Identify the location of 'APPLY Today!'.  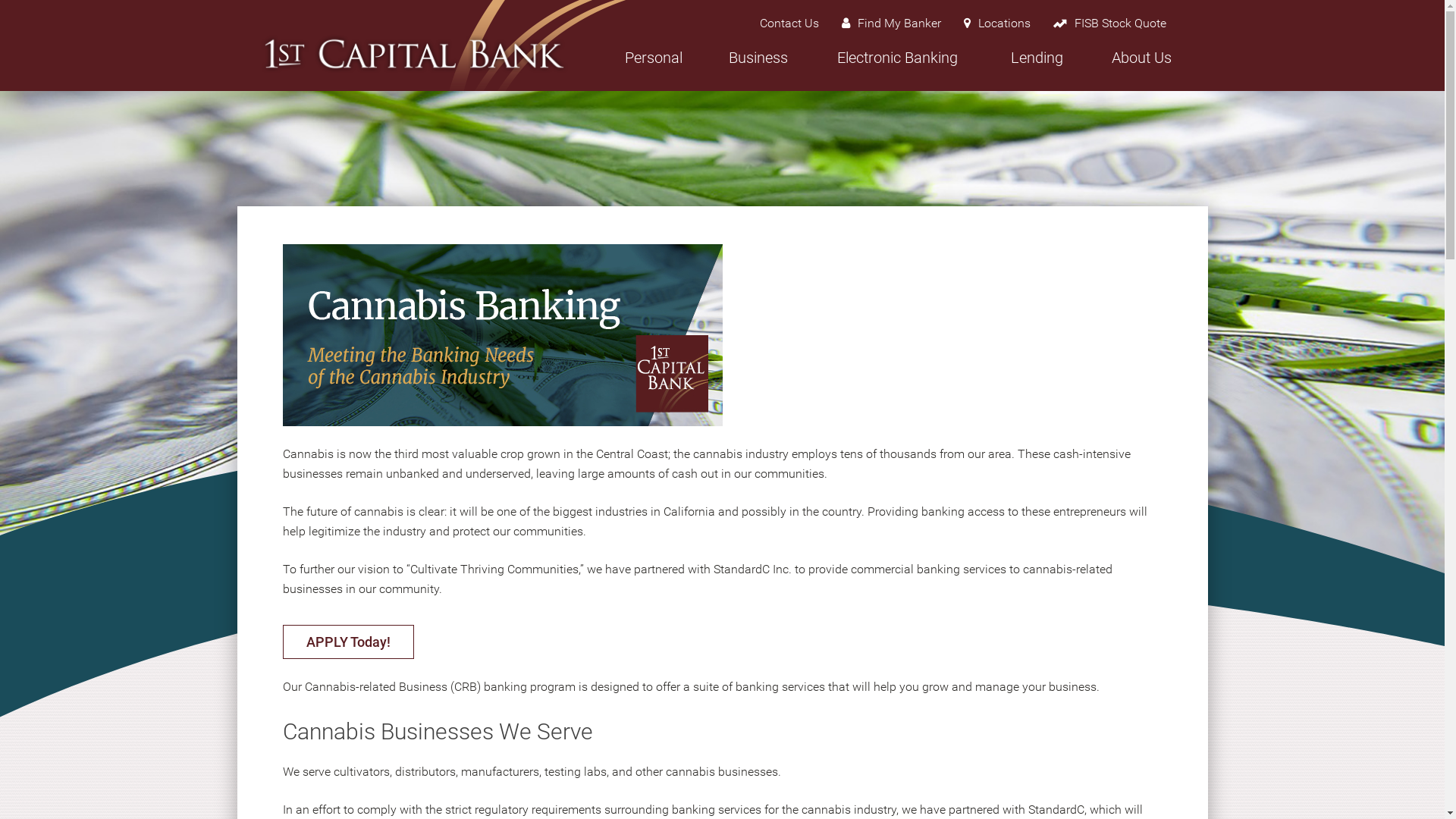
(347, 642).